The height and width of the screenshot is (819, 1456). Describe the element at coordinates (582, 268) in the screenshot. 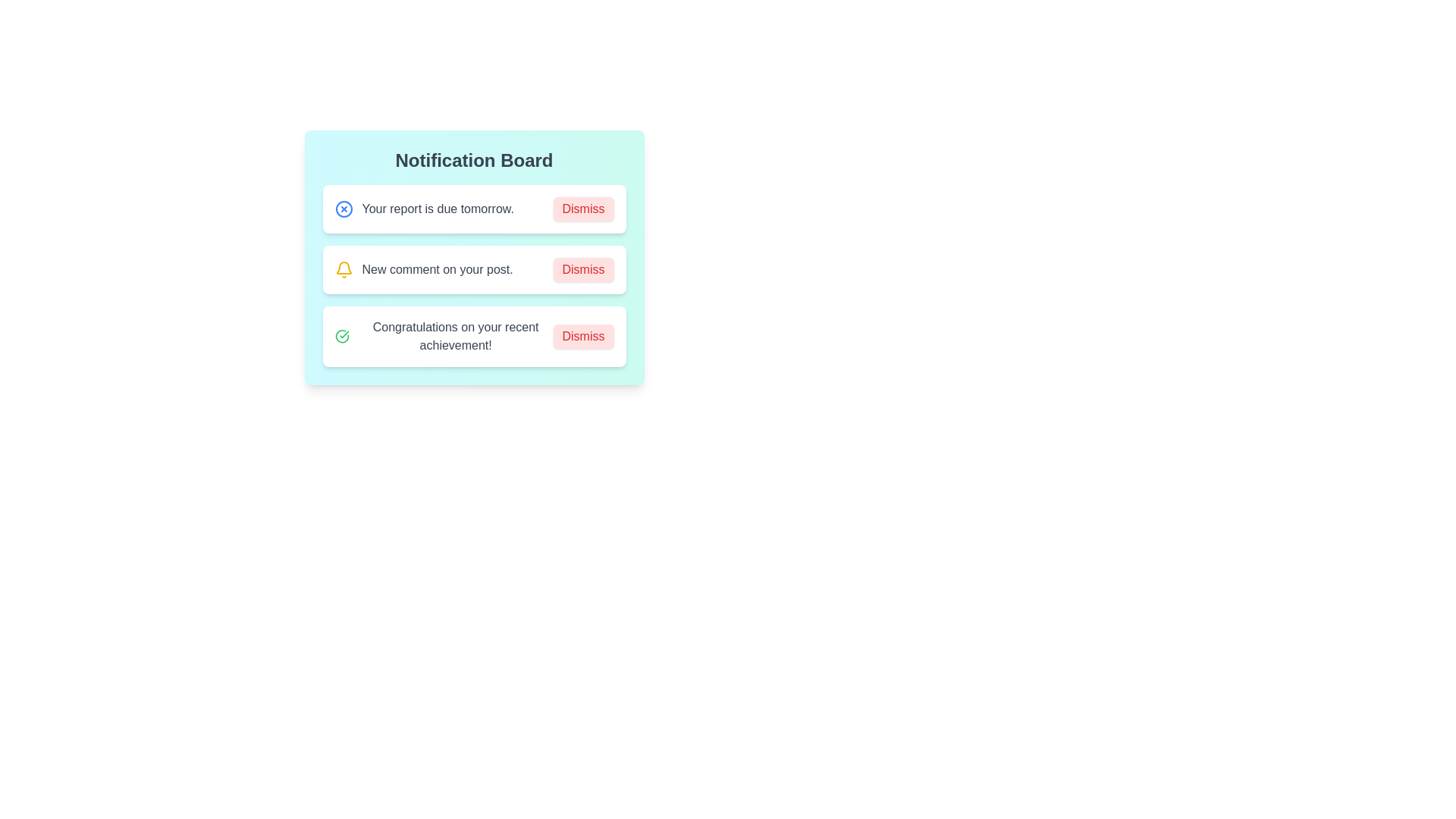

I see `'Dismiss' button for the notification with the message 'New comment on your post.'` at that location.